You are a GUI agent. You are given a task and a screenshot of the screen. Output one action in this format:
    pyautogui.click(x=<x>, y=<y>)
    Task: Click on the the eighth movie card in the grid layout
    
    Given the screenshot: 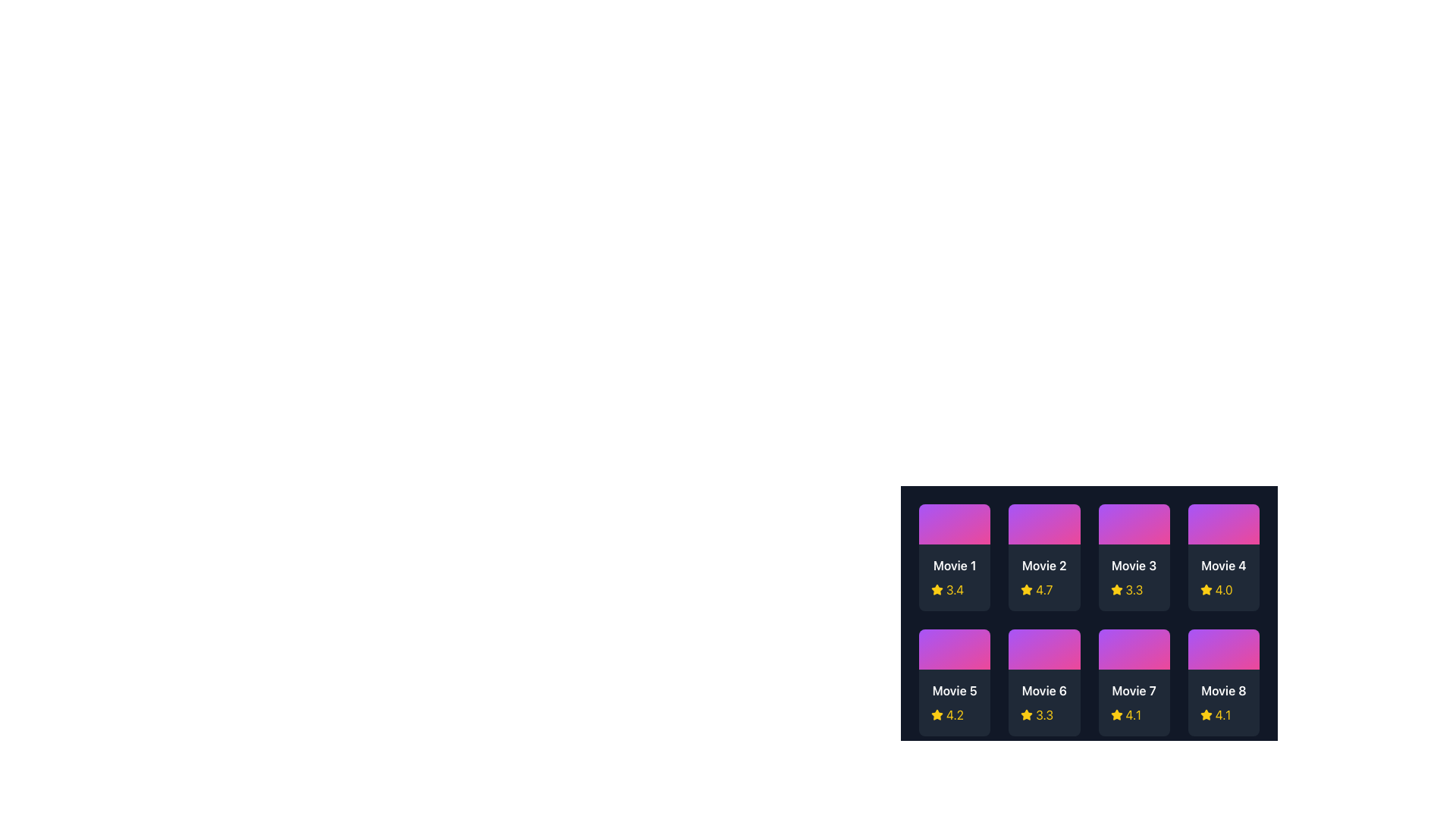 What is the action you would take?
    pyautogui.click(x=1223, y=703)
    